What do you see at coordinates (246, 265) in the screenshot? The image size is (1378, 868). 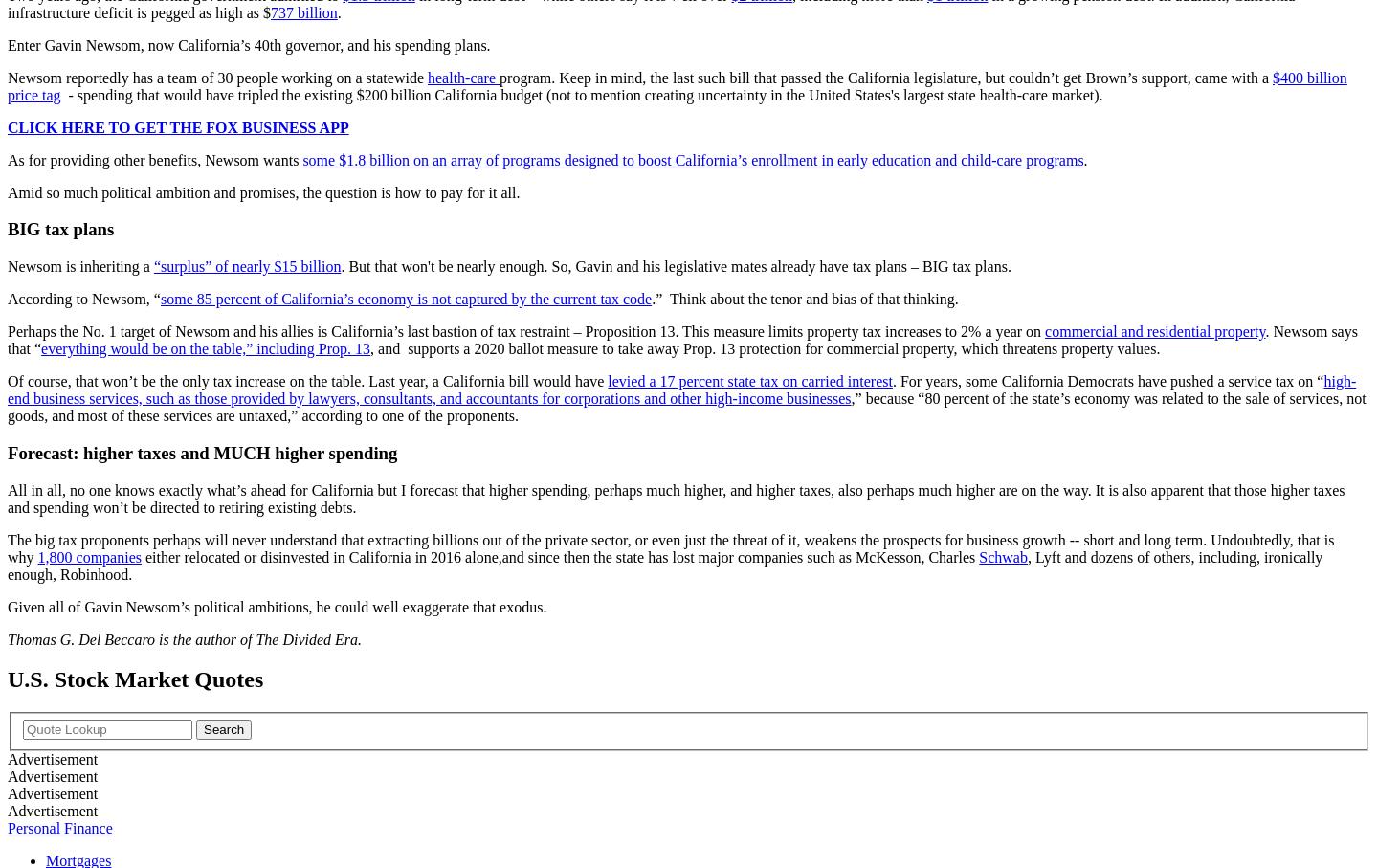 I see `'“surplus” of nearly $15 billion'` at bounding box center [246, 265].